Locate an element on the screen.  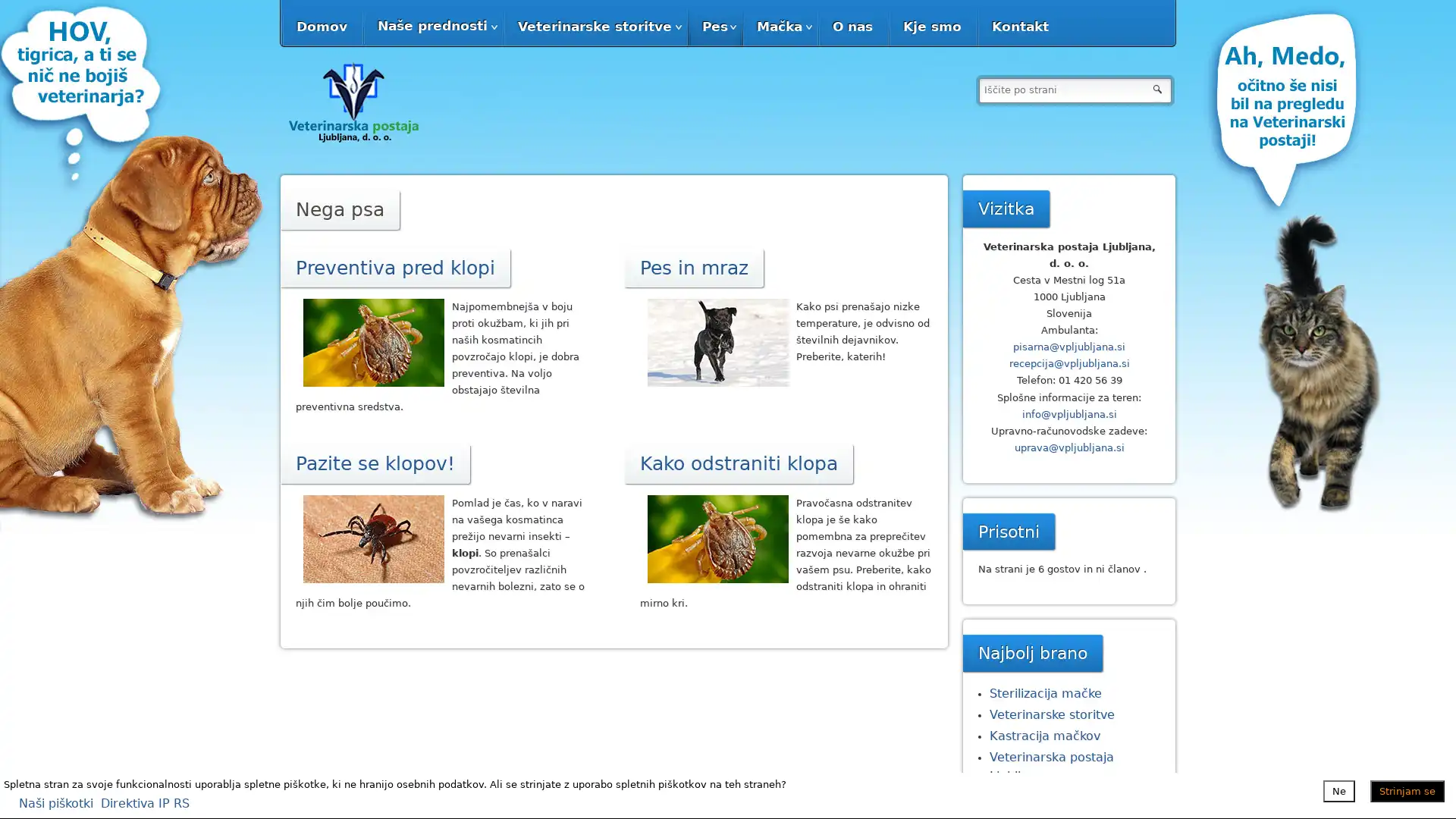
Strinjam se is located at coordinates (1407, 789).